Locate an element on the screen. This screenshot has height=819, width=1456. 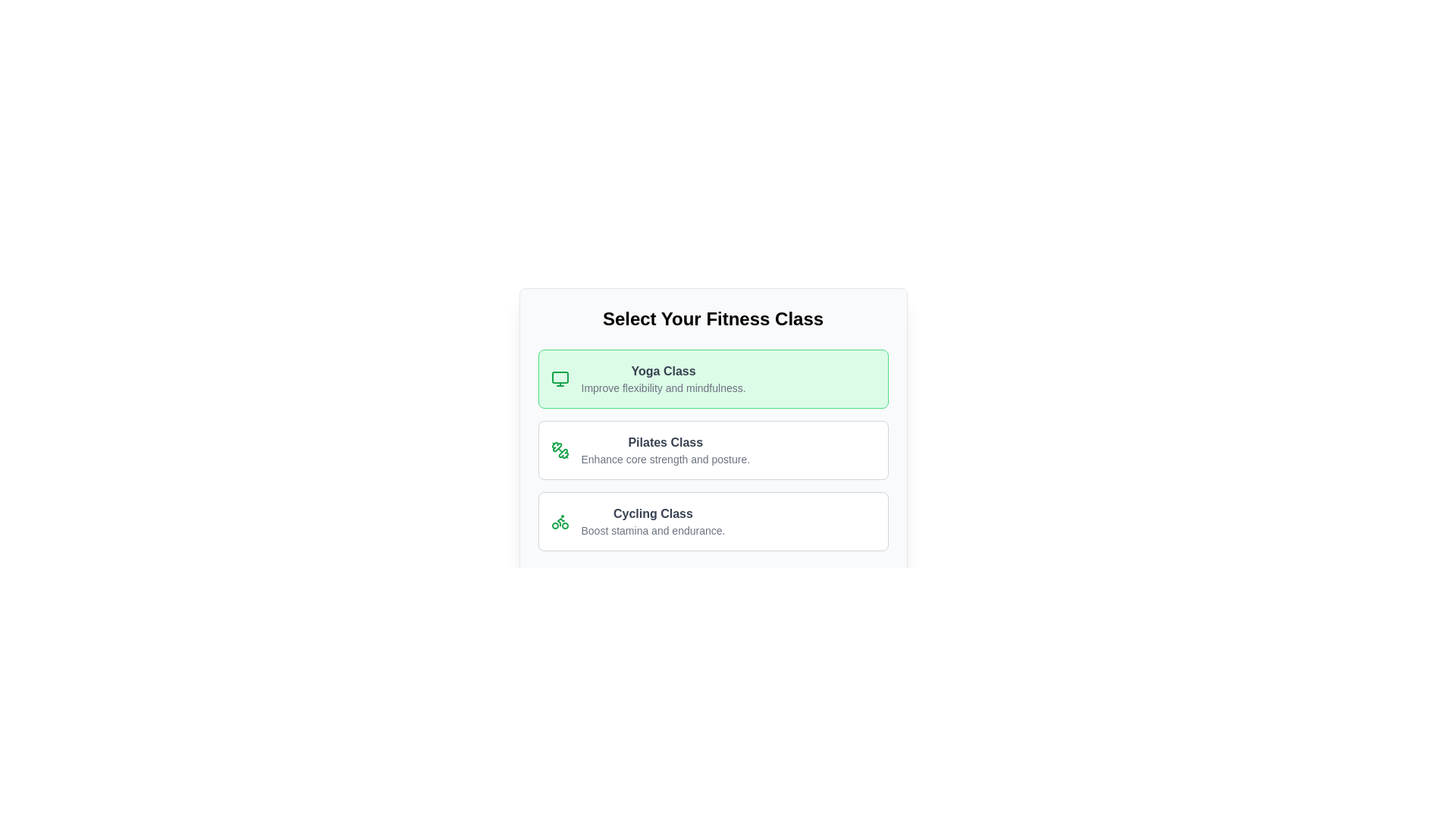
the third card in the vertical stack of fitness options is located at coordinates (712, 520).